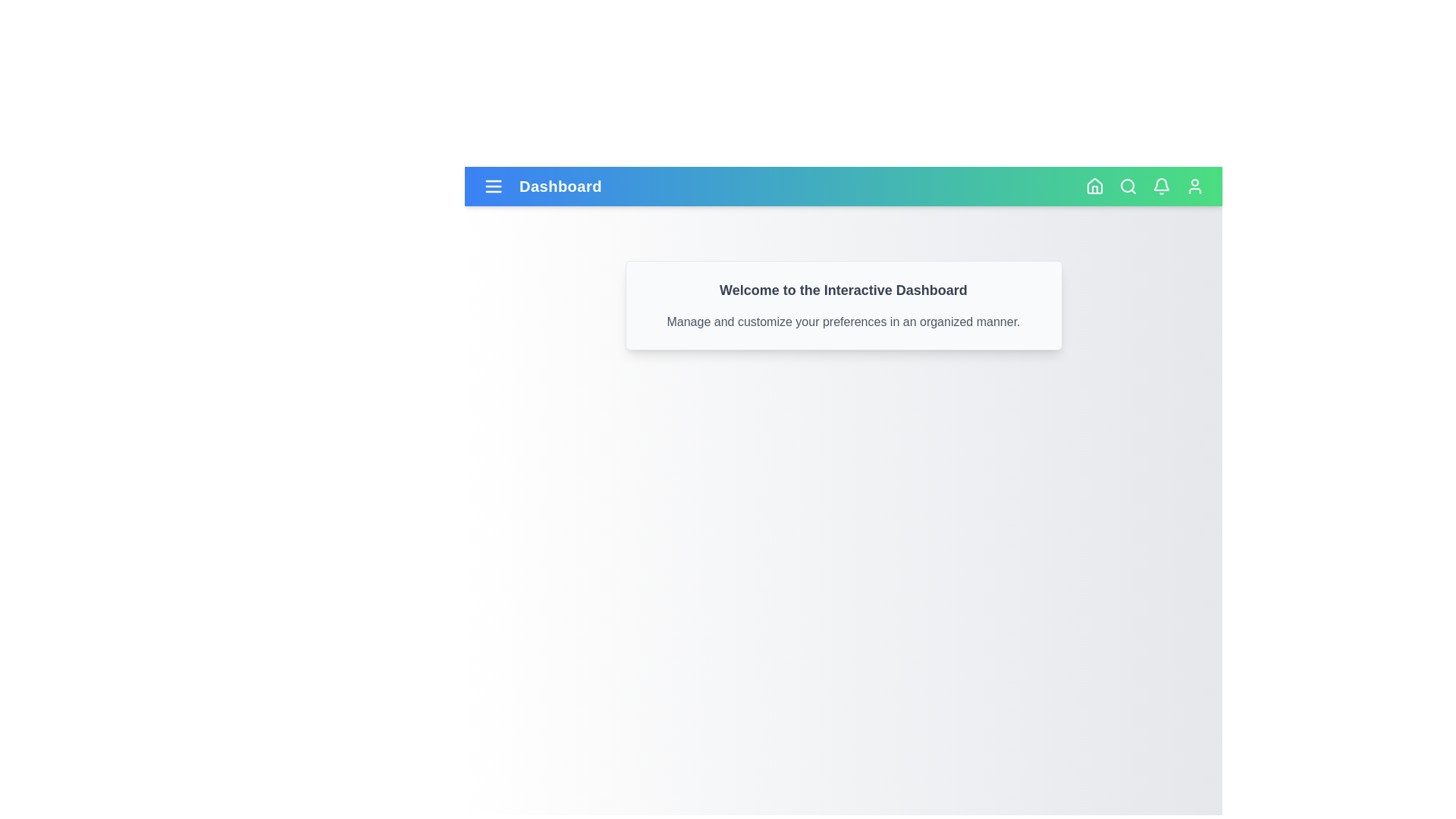  Describe the element at coordinates (1194, 186) in the screenshot. I see `the user icon to access the user profile` at that location.